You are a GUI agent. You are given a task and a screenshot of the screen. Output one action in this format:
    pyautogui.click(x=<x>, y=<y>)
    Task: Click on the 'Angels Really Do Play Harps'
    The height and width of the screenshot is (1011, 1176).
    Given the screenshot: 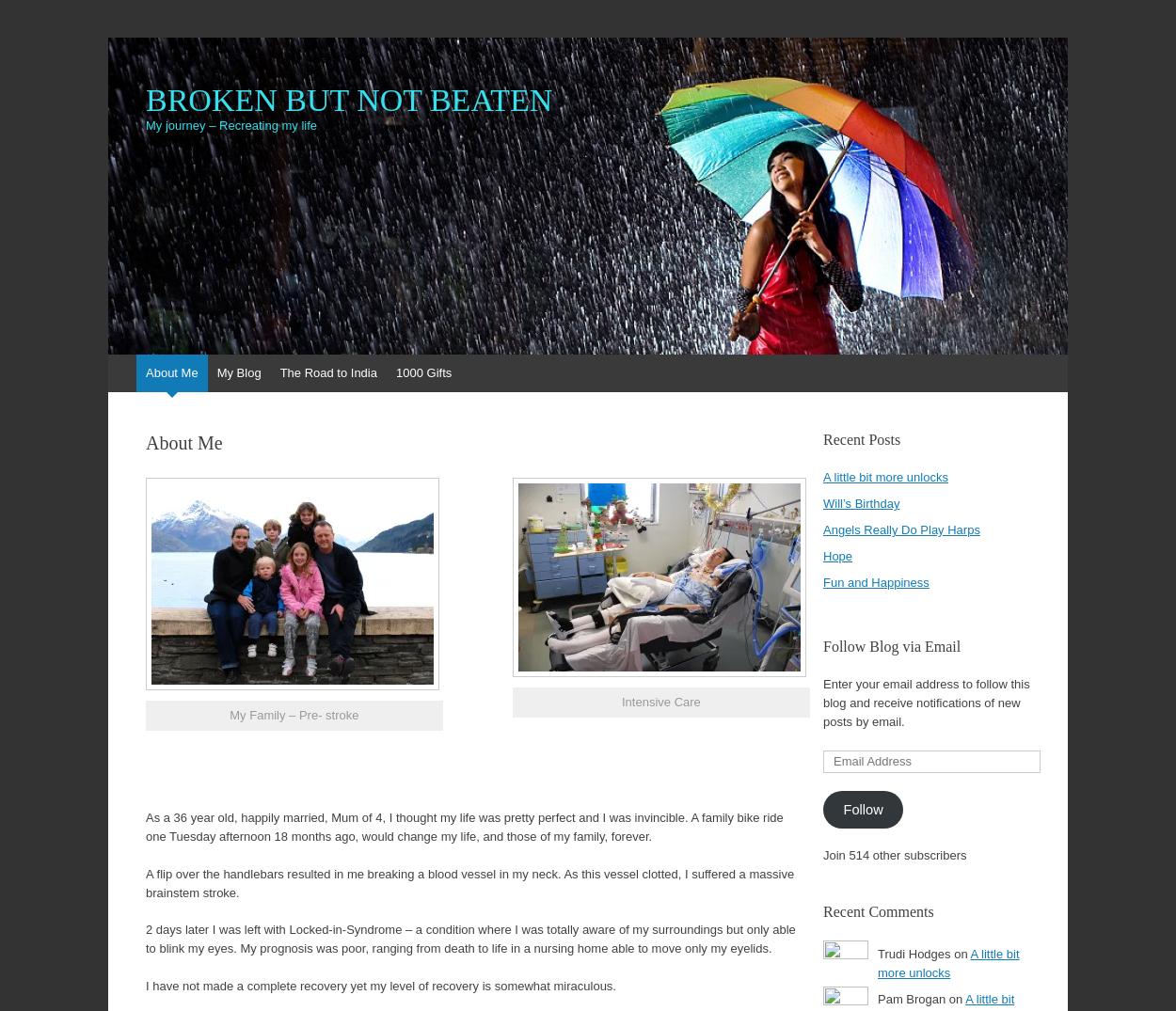 What is the action you would take?
    pyautogui.click(x=900, y=529)
    